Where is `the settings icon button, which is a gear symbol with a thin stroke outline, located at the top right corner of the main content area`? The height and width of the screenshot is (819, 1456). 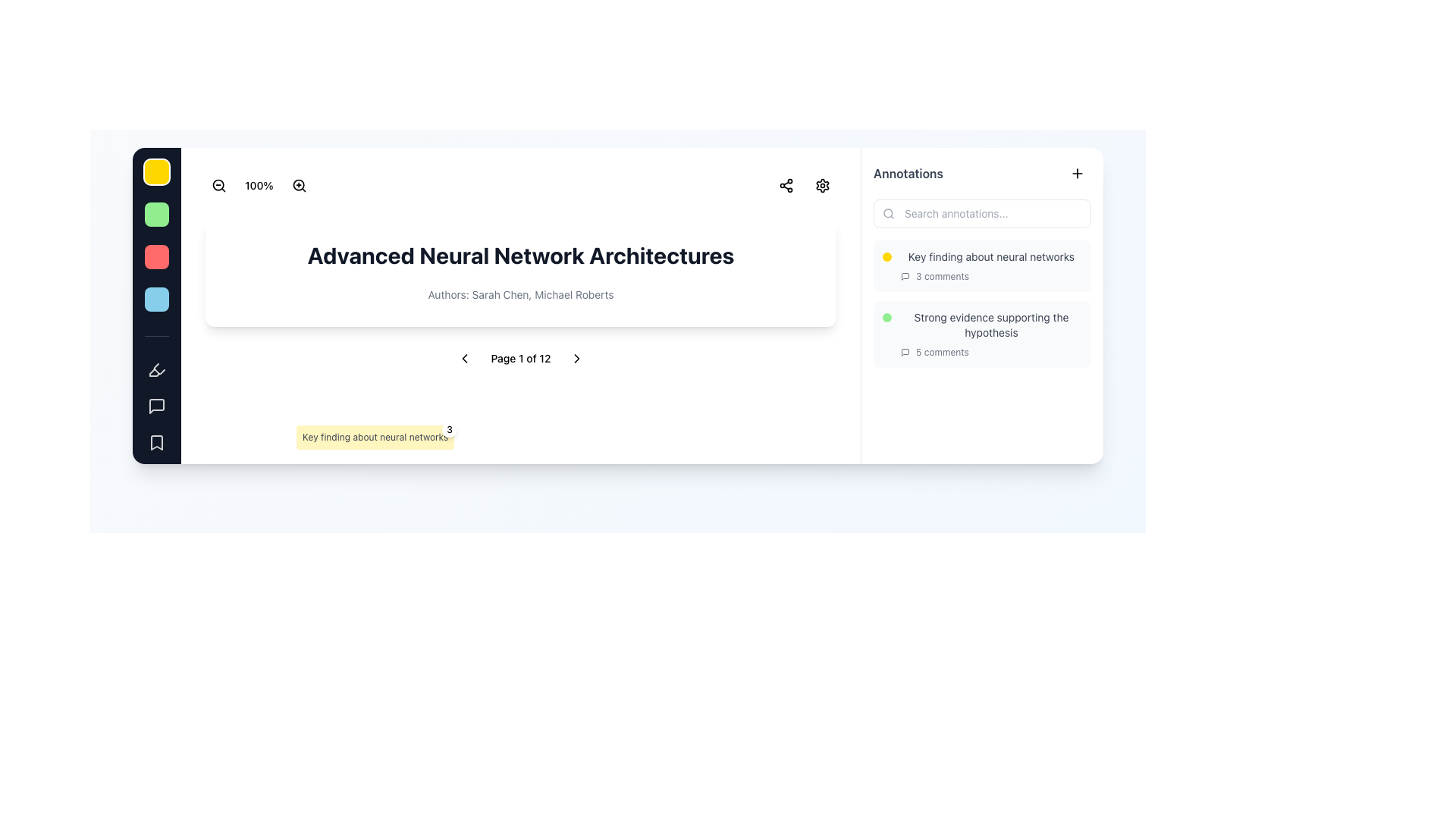
the settings icon button, which is a gear symbol with a thin stroke outline, located at the top right corner of the main content area is located at coordinates (821, 185).